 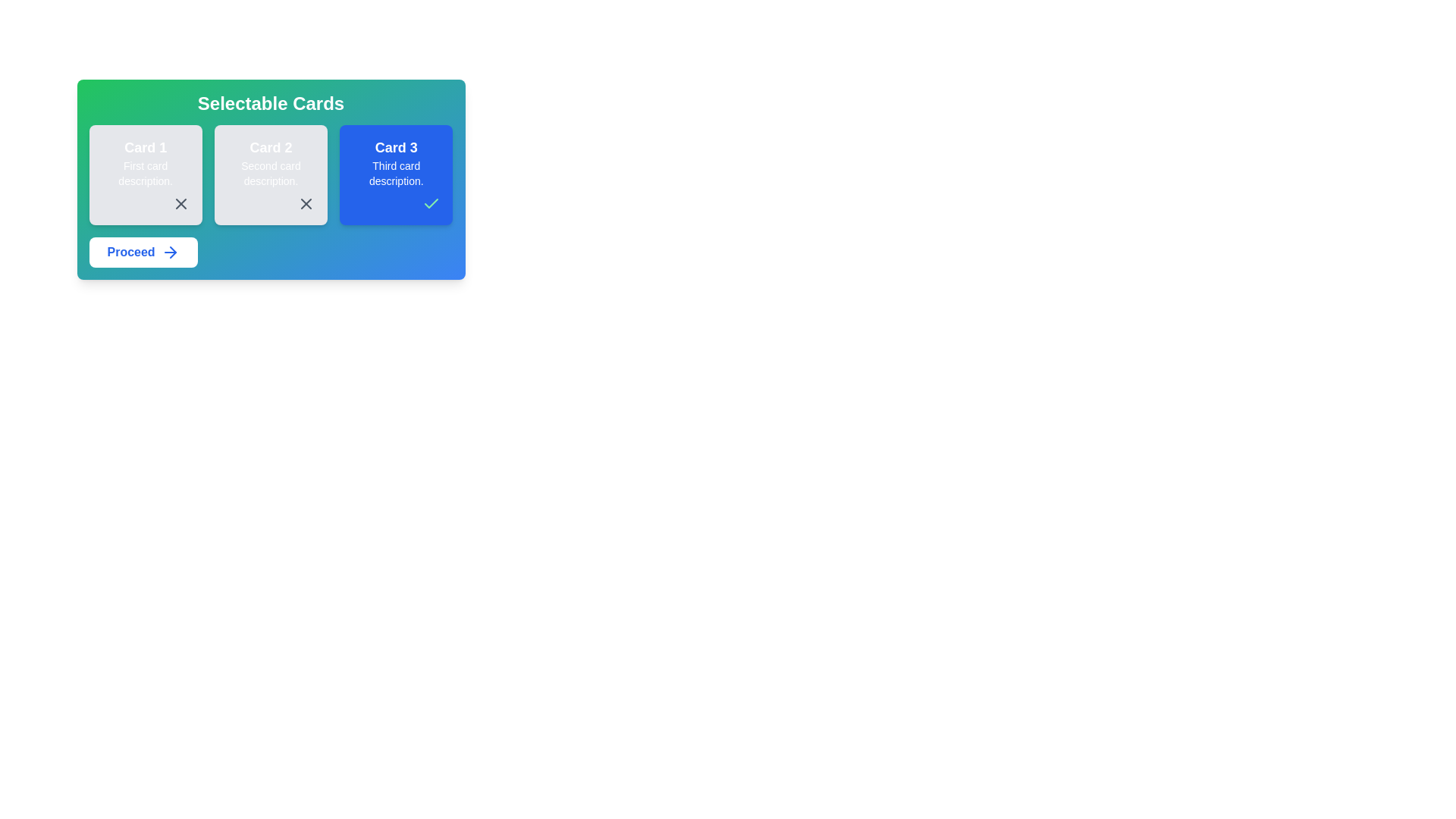 What do you see at coordinates (143, 251) in the screenshot?
I see `the 'Proceed' button to navigate forward` at bounding box center [143, 251].